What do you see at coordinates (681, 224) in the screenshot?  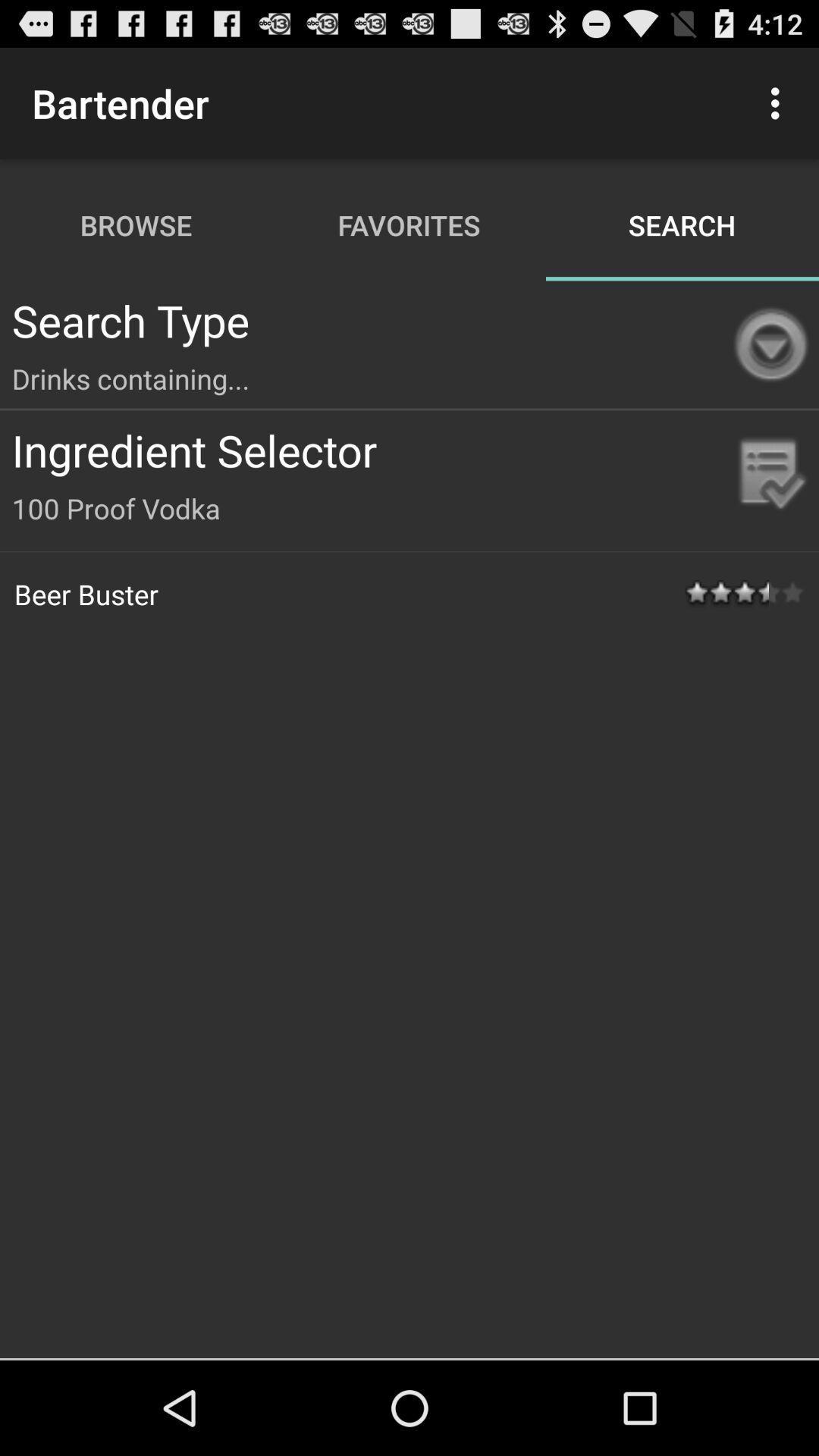 I see `search` at bounding box center [681, 224].